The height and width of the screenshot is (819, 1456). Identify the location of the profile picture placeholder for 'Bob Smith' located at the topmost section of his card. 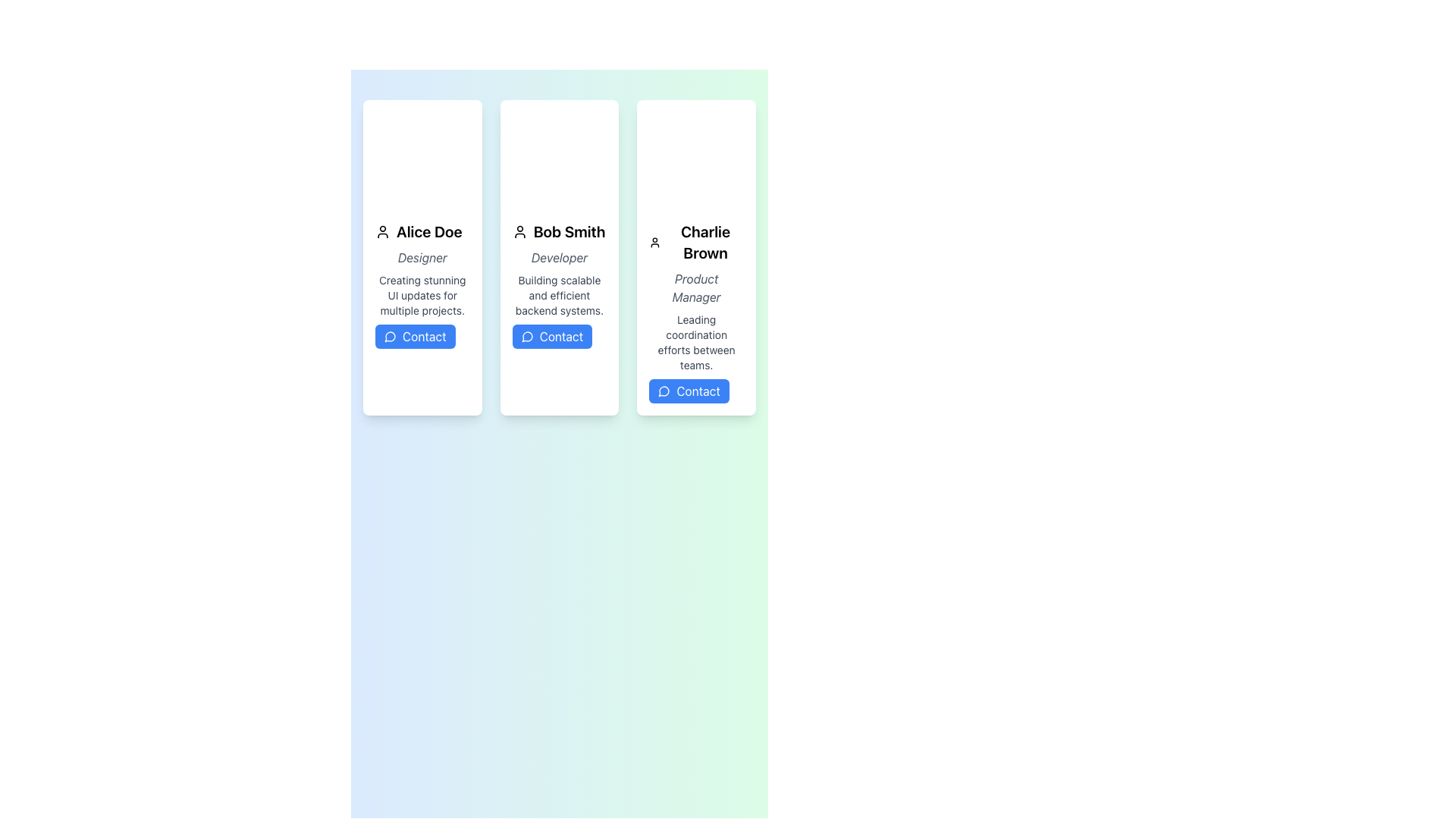
(559, 155).